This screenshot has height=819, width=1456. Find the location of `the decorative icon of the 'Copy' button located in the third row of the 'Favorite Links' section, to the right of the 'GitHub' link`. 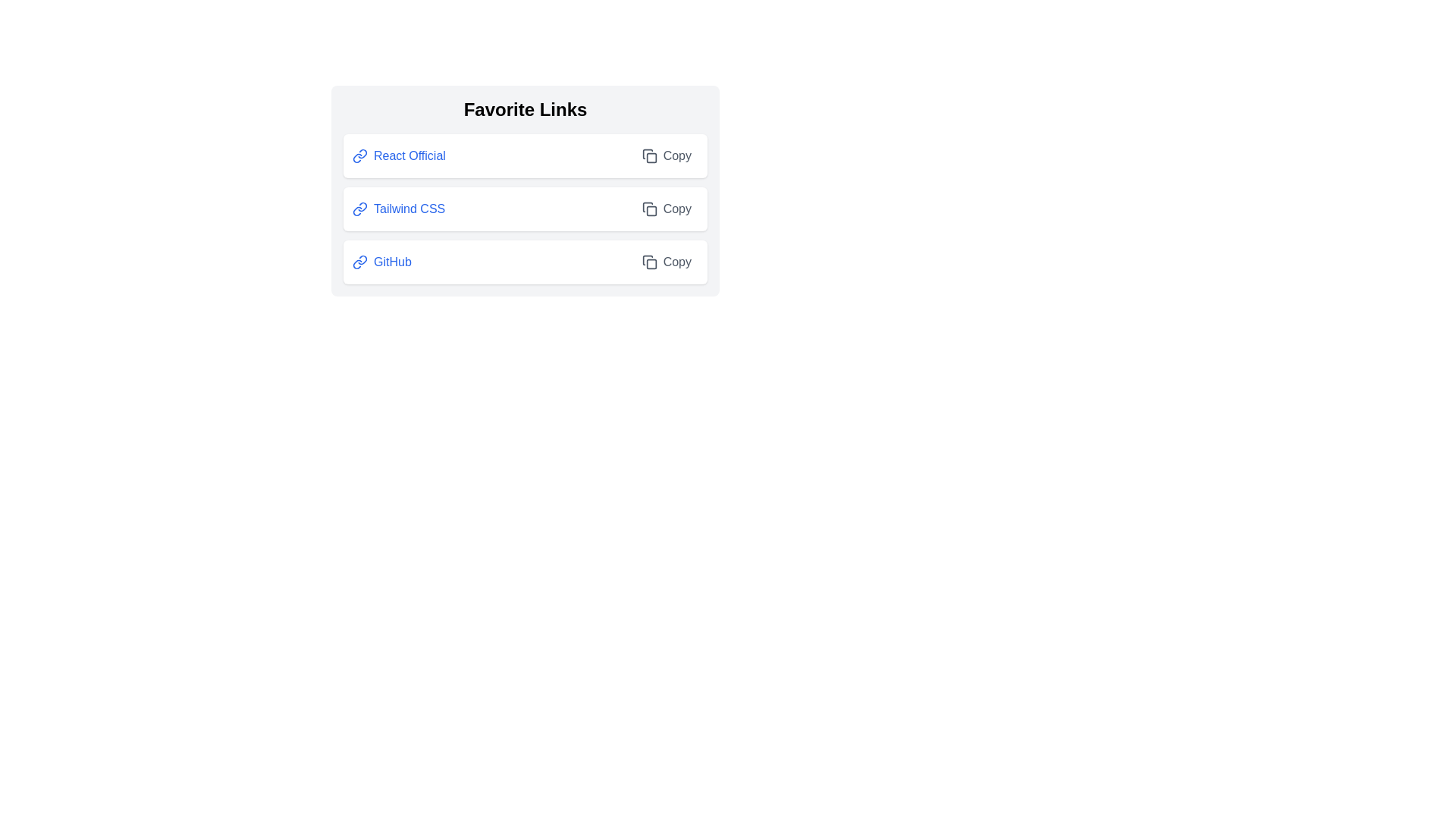

the decorative icon of the 'Copy' button located in the third row of the 'Favorite Links' section, to the right of the 'GitHub' link is located at coordinates (649, 262).